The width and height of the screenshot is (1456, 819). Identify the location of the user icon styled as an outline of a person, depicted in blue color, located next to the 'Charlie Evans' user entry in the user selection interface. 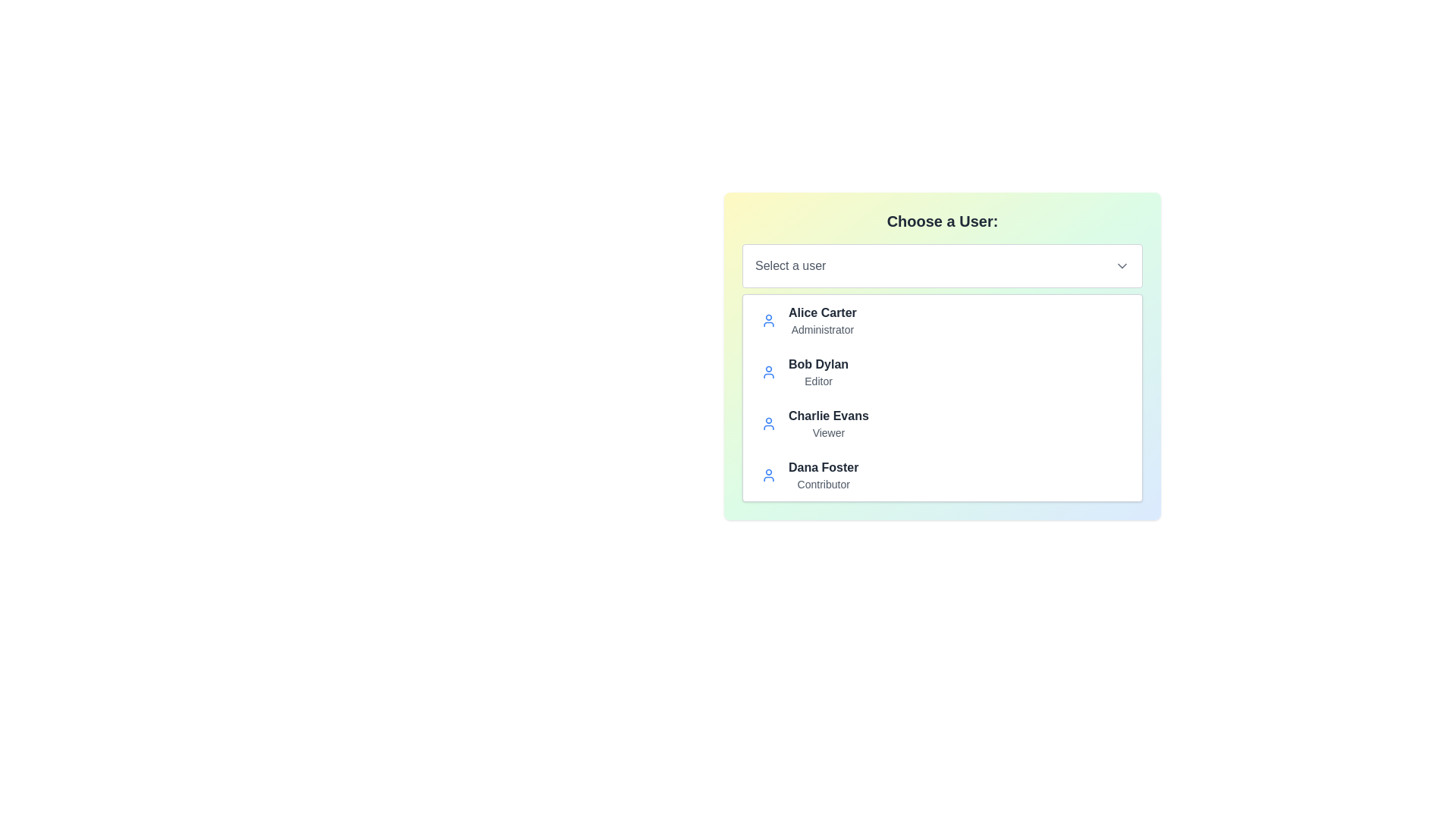
(768, 424).